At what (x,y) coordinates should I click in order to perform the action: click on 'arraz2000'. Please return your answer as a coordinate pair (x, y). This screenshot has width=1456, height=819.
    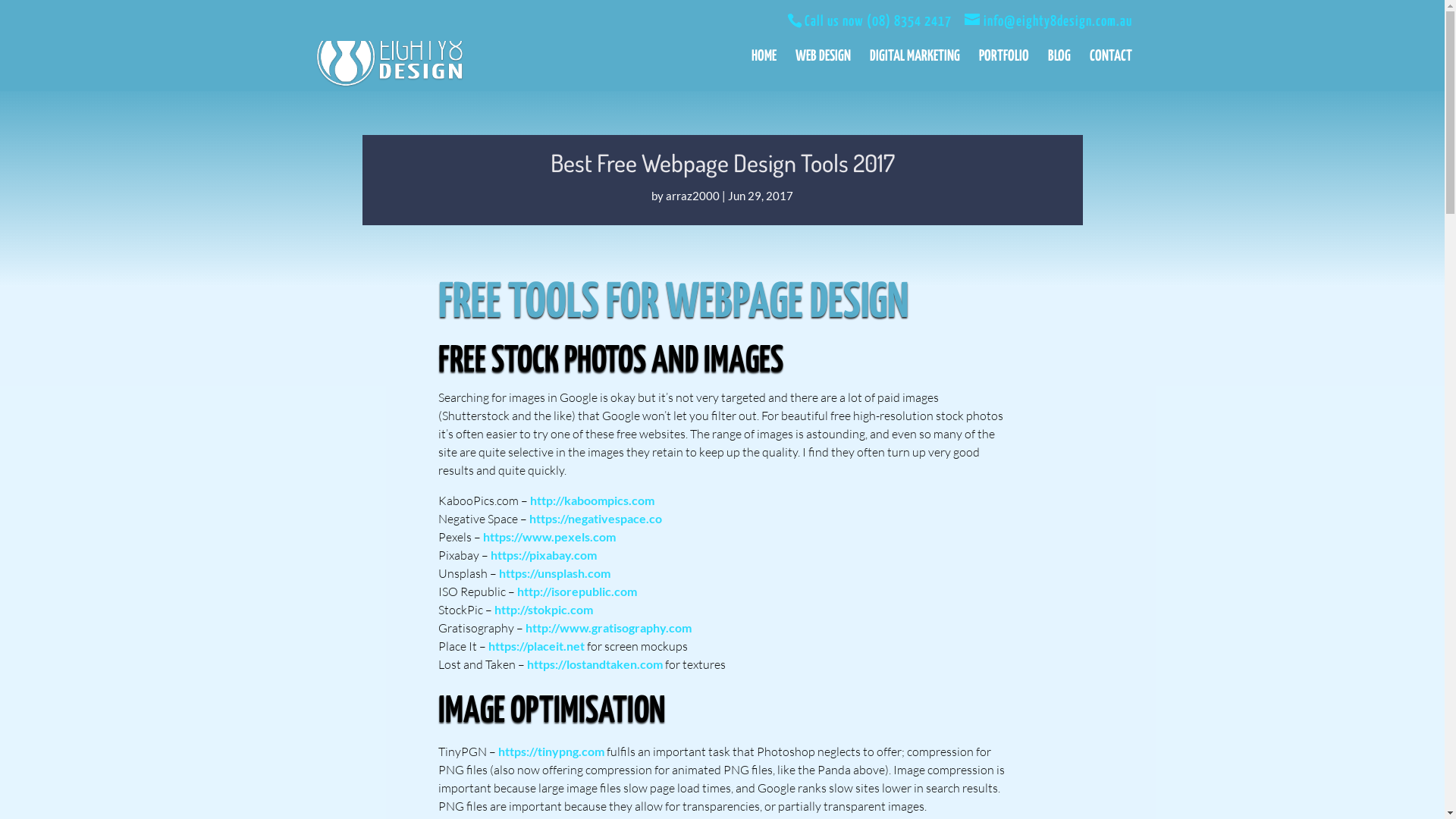
    Looking at the image, I should click on (666, 194).